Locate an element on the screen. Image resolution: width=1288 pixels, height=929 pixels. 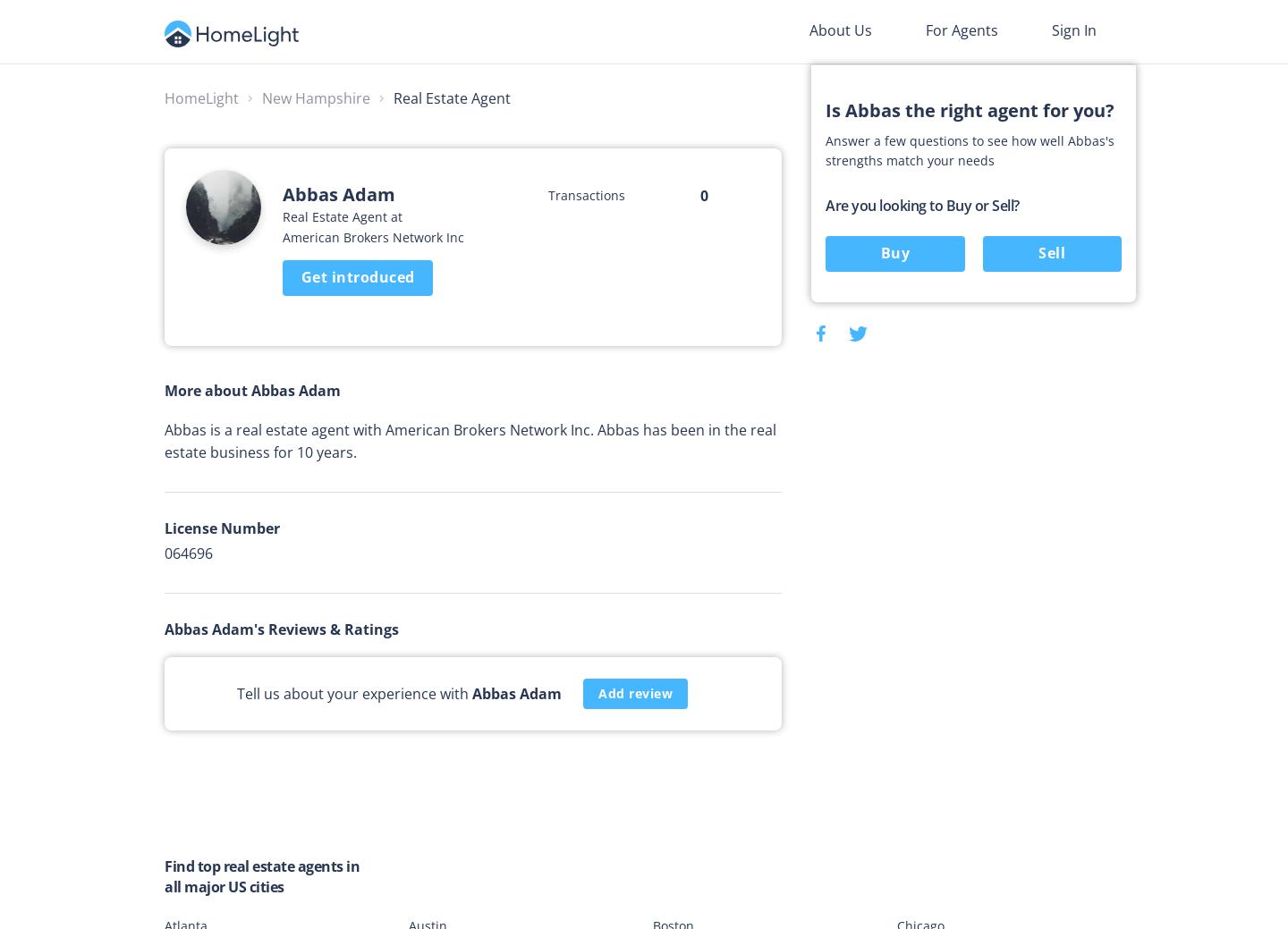
'Buy' is located at coordinates (894, 251).